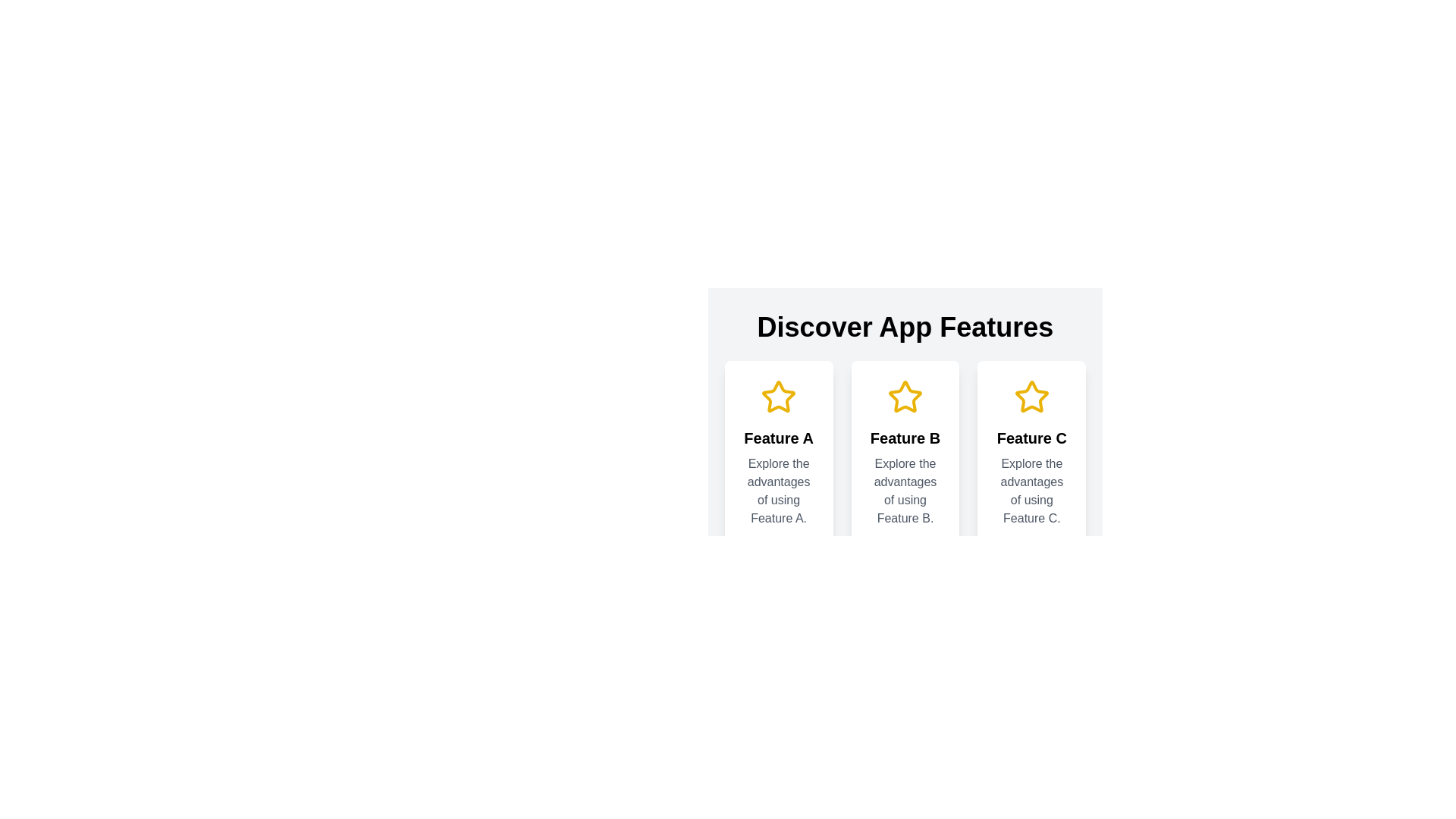  Describe the element at coordinates (905, 452) in the screenshot. I see `the informational display card for 'Feature B', which is the second card in a grid layout situated between 'Feature A' and 'Feature C'` at that location.